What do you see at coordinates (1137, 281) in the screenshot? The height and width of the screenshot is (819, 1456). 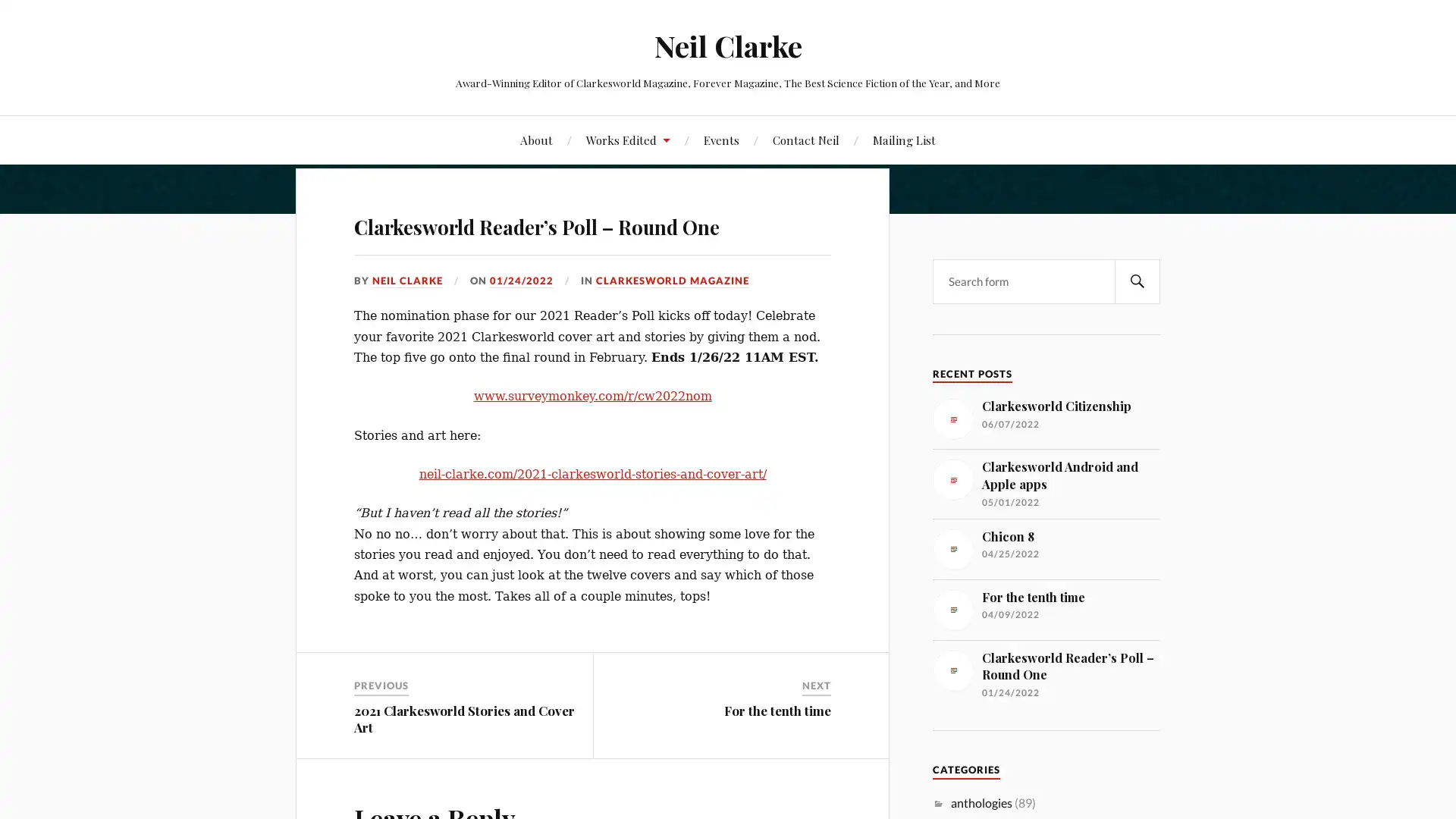 I see `SEARCH` at bounding box center [1137, 281].